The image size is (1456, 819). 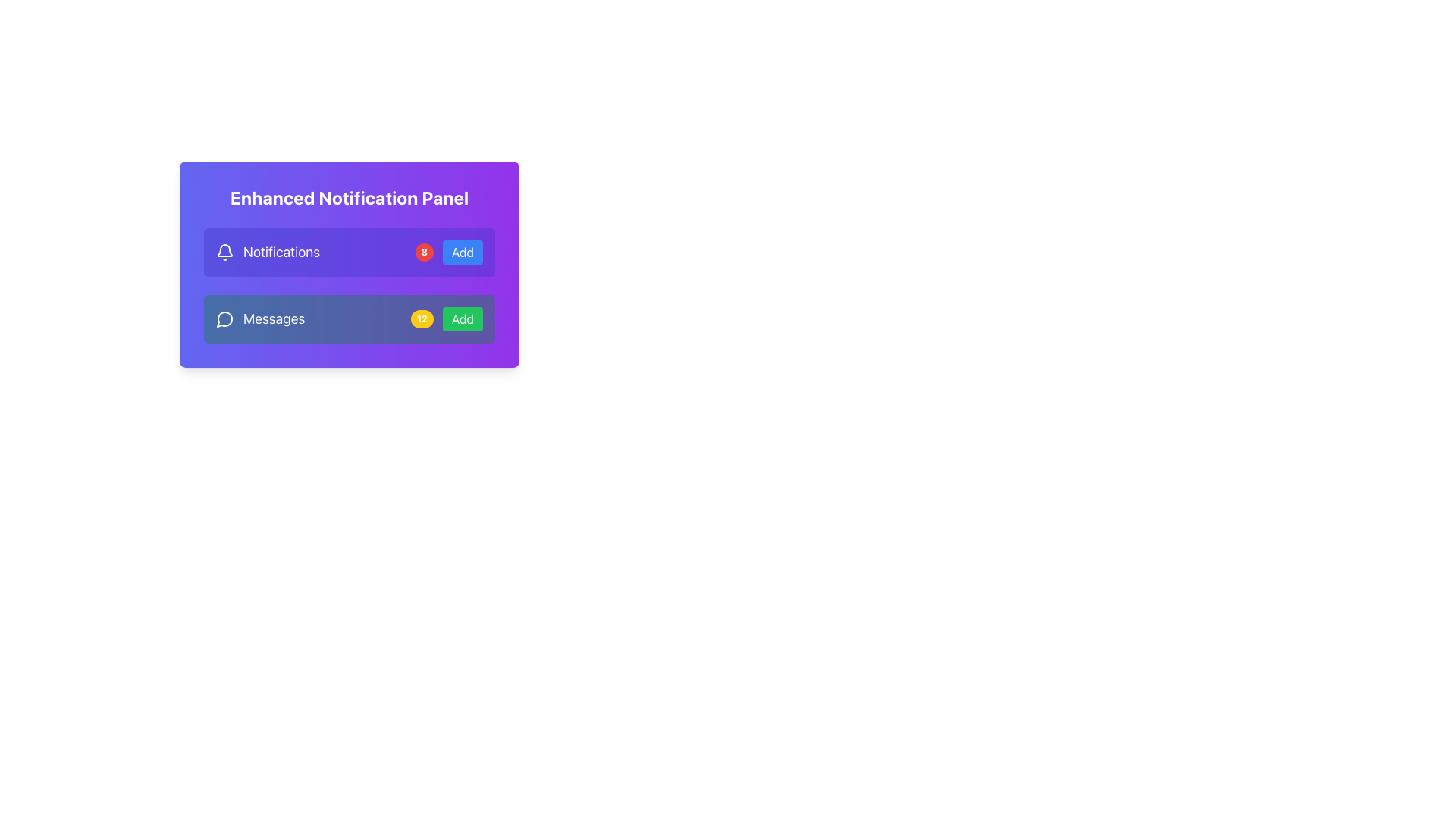 What do you see at coordinates (224, 251) in the screenshot?
I see `the bell icon representing the 'Notifications' feature, located at the top left corner of the 'Notifications' section` at bounding box center [224, 251].